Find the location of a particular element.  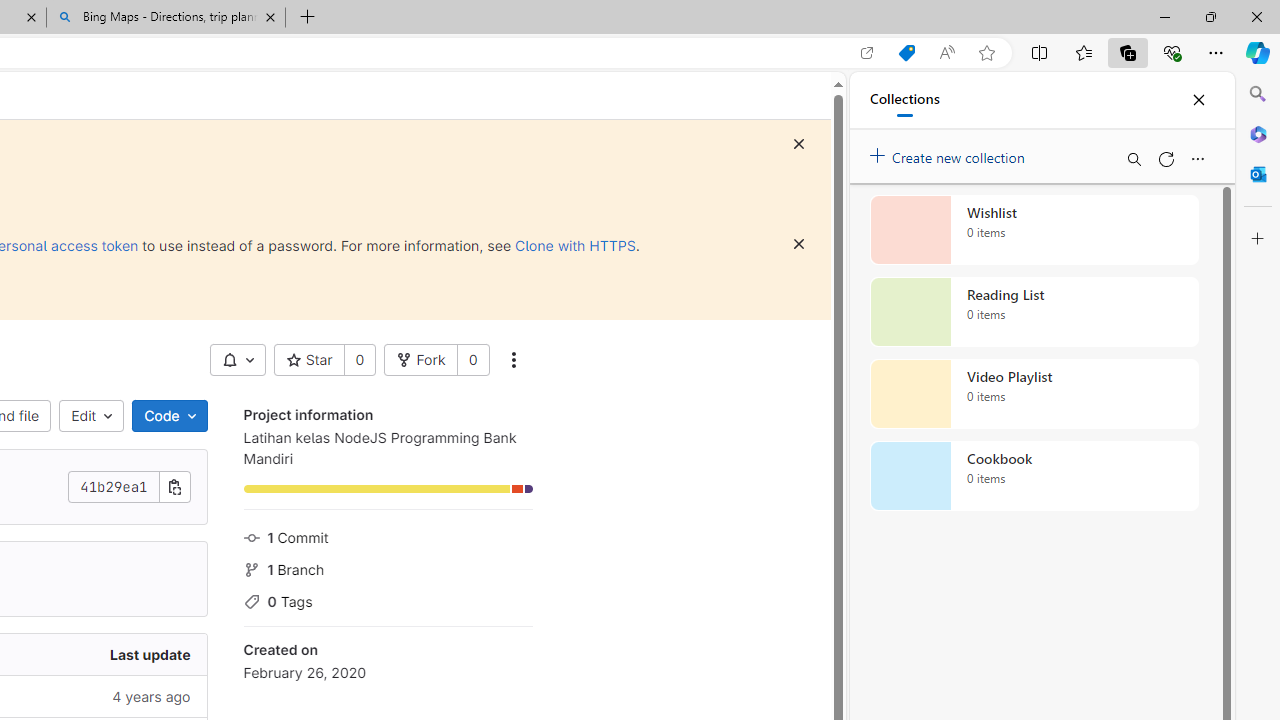

'Cookbook collection, 0 items' is located at coordinates (1034, 475).